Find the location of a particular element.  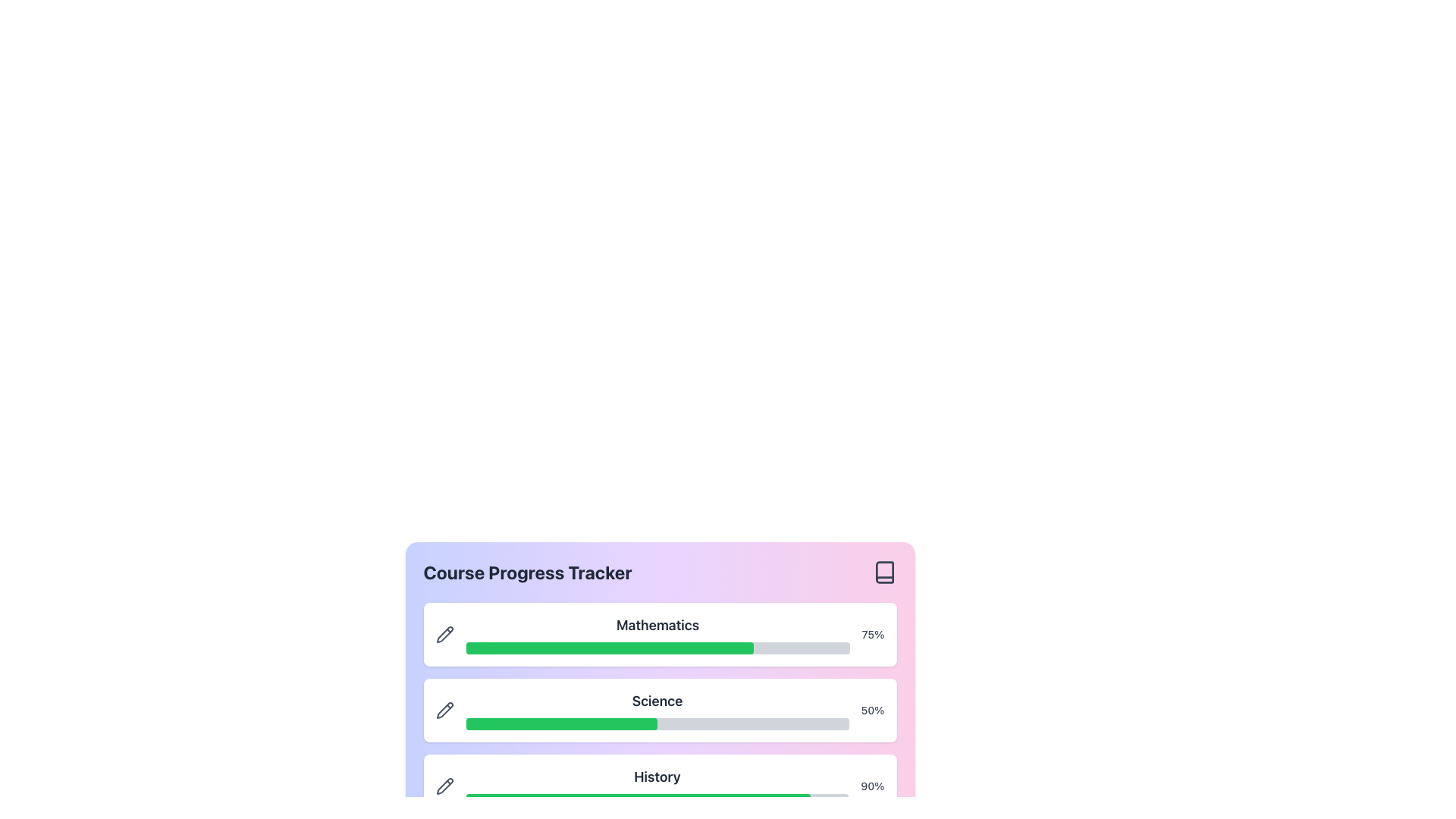

the progress visually of the 'Mathematics' course progress bar, which indicates that 75% of the course has been completed is located at coordinates (610, 648).